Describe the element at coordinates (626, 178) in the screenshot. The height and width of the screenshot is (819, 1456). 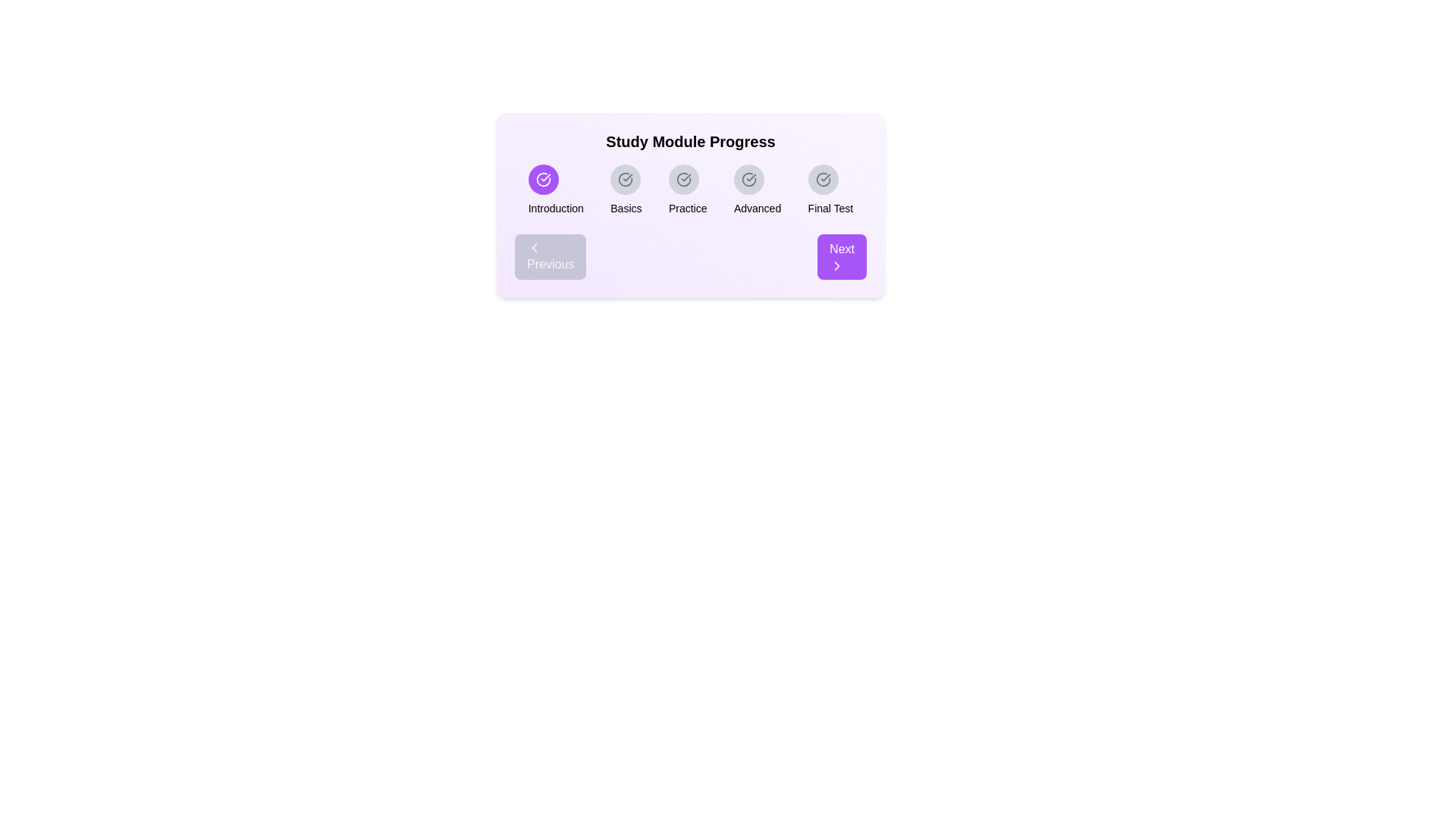
I see `the second icon in the 'Study Module Progress' section` at that location.